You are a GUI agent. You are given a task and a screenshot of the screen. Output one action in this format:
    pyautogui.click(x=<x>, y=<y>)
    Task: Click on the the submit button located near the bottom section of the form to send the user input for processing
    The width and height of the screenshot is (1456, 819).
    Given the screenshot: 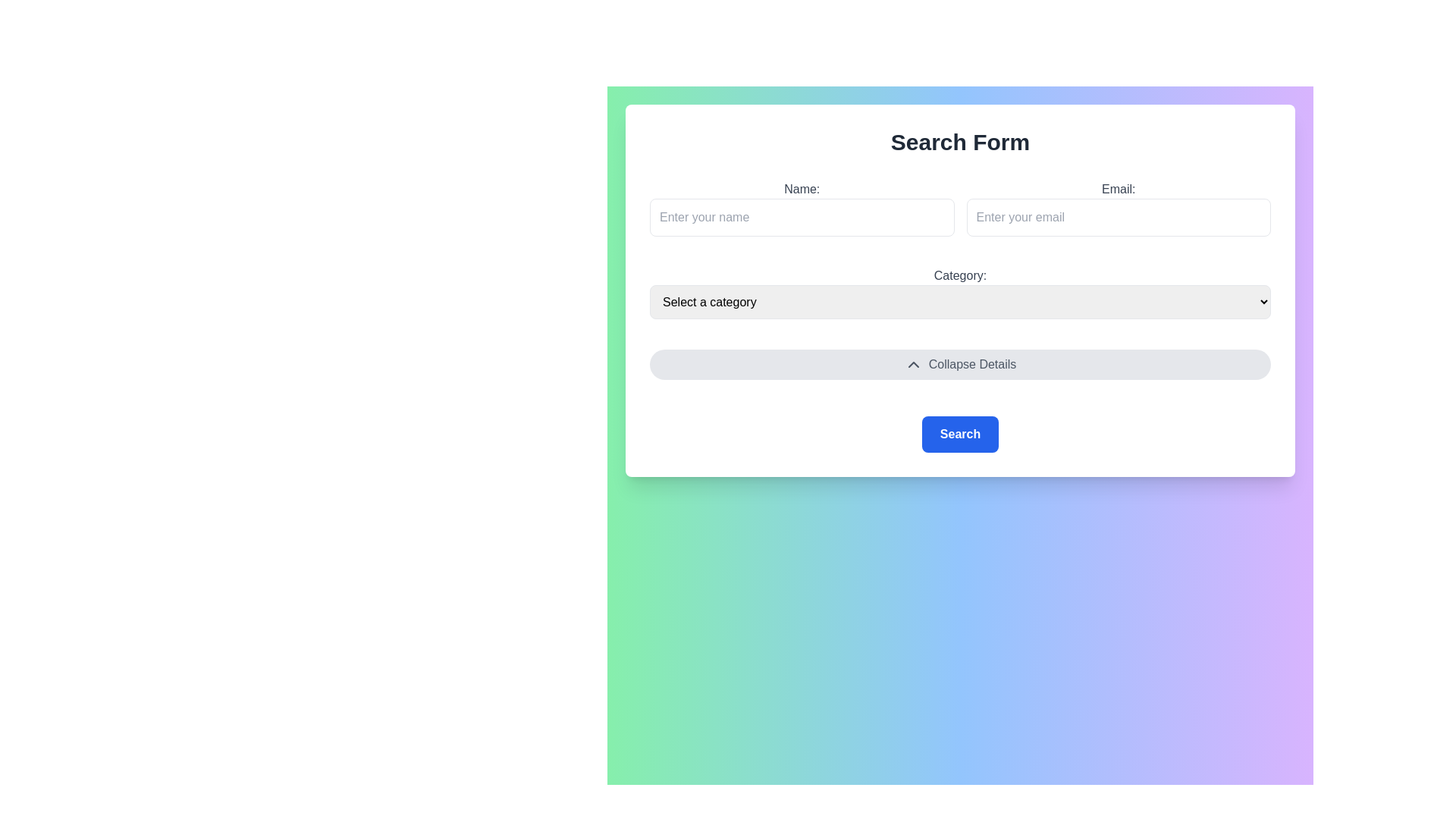 What is the action you would take?
    pyautogui.click(x=959, y=435)
    